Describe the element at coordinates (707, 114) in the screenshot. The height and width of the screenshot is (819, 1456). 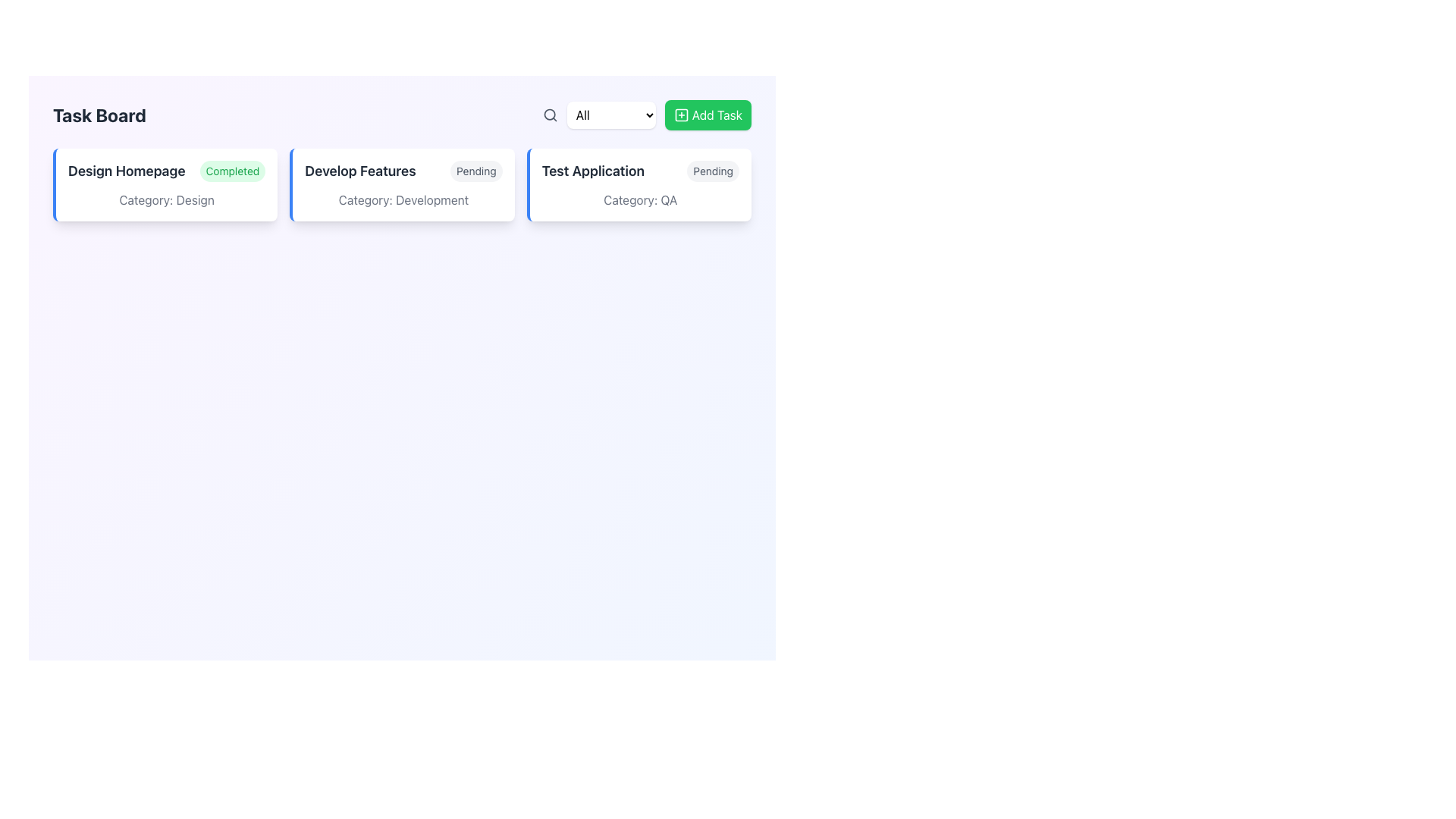
I see `the green 'Add Task' button located at the top-right corner of the interface to change its background color to a darker green` at that location.